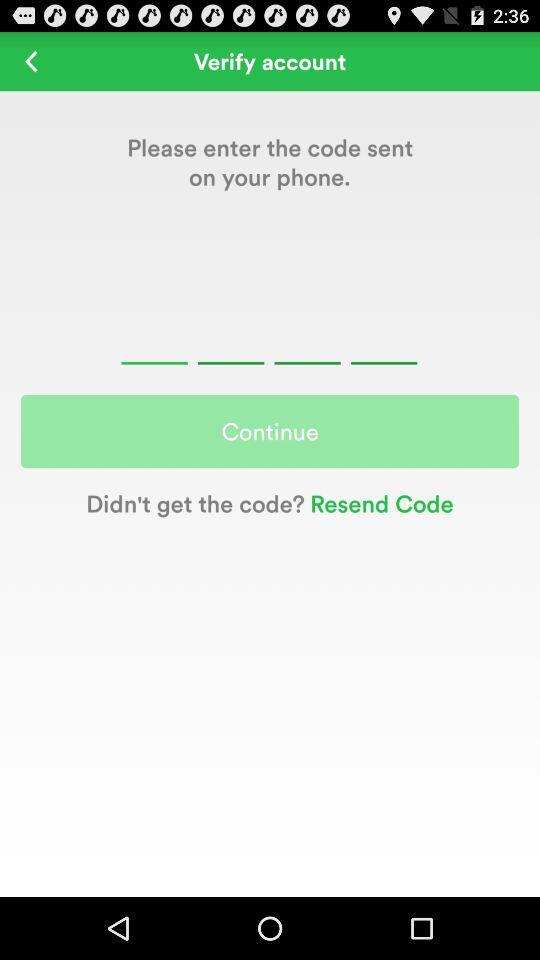  I want to click on the arrow_backward icon, so click(30, 65).